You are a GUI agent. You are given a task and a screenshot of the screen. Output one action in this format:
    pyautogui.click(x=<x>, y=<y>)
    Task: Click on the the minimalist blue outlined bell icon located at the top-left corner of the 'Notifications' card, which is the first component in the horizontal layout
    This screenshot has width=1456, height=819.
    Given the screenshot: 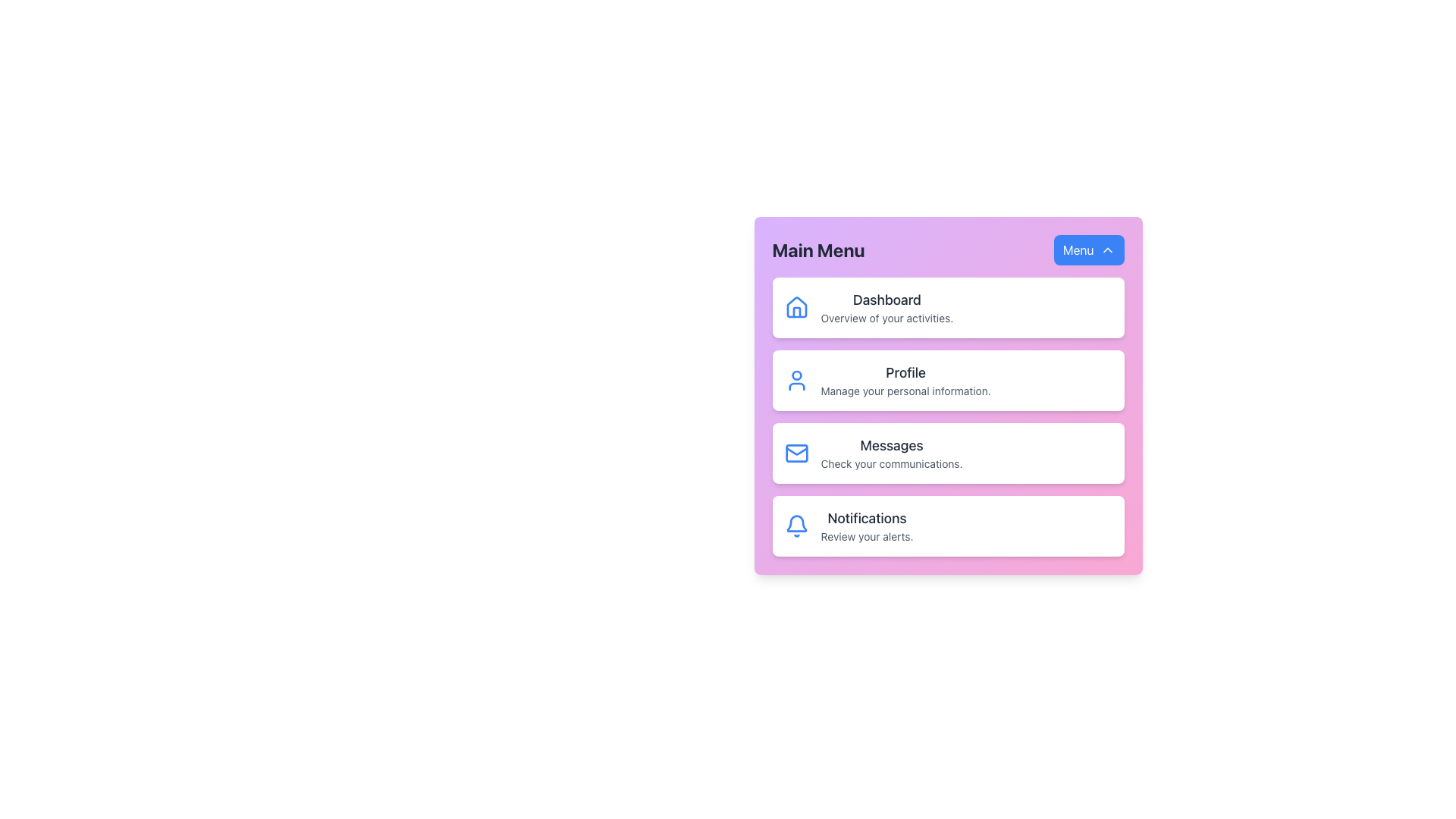 What is the action you would take?
    pyautogui.click(x=795, y=526)
    